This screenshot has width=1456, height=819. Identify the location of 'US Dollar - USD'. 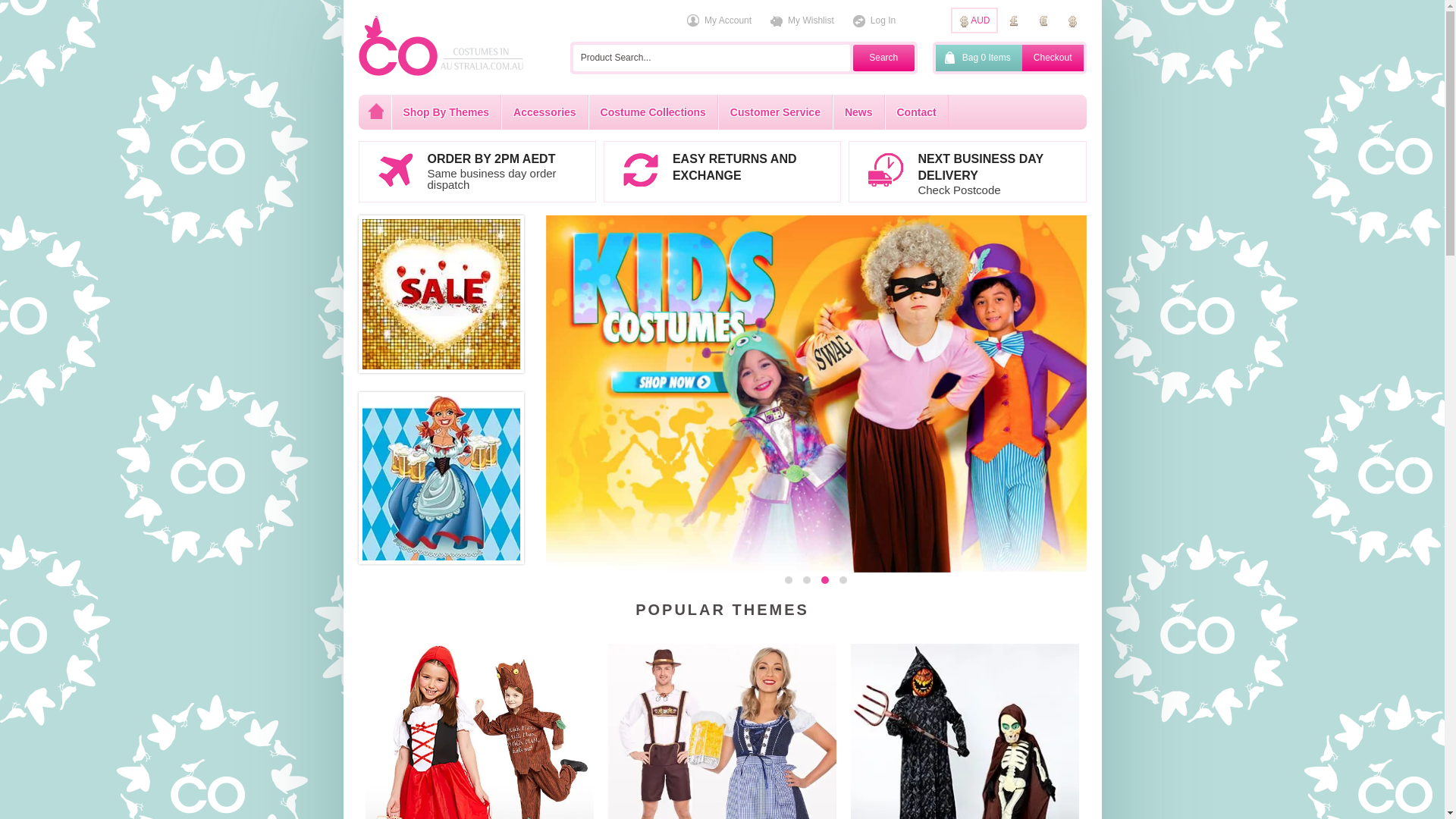
(1072, 20).